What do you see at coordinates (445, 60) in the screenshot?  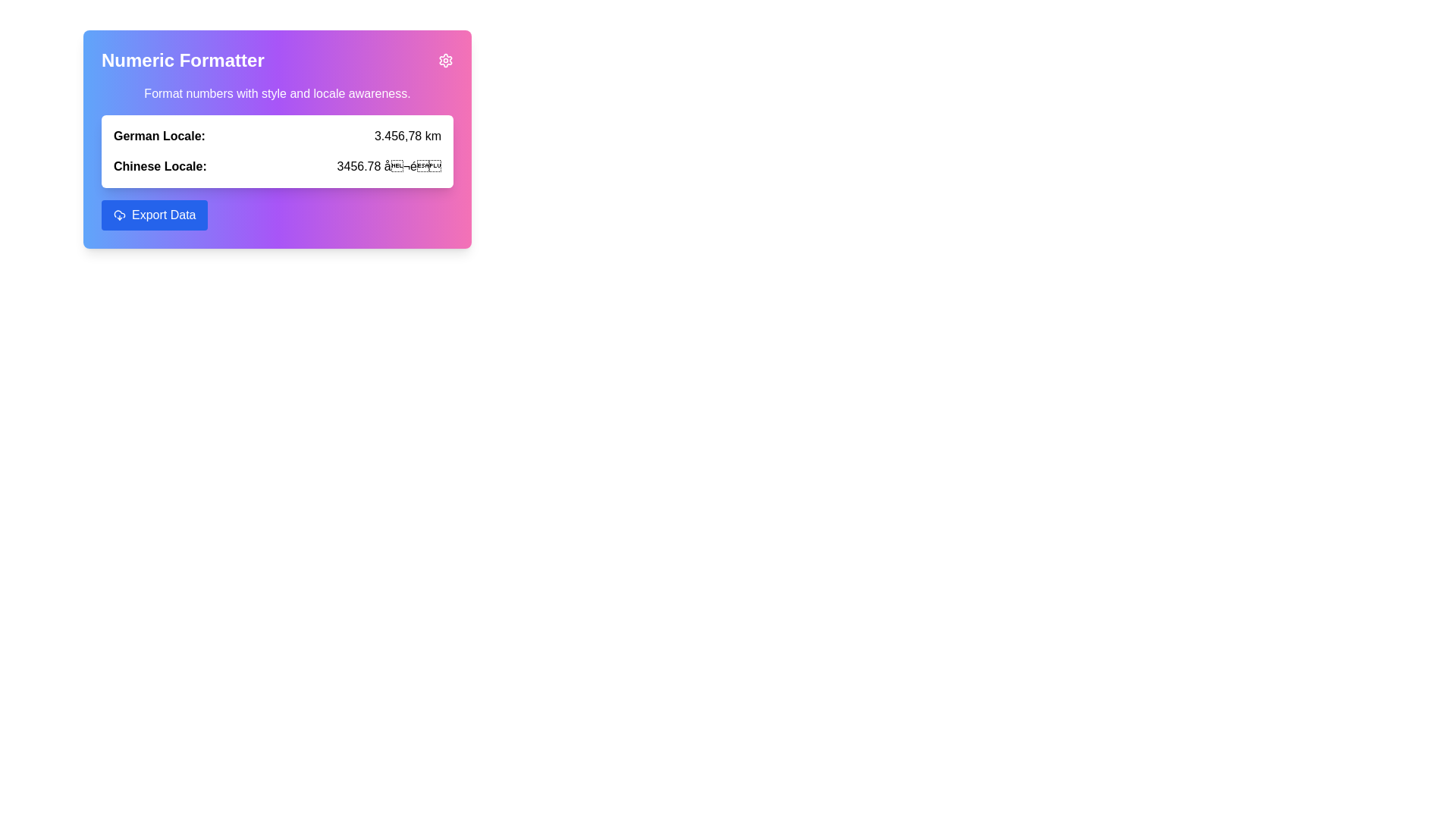 I see `the cogwheel icon representing settings or configuration located at the top-right corner of the 'Numeric Formatter' card` at bounding box center [445, 60].